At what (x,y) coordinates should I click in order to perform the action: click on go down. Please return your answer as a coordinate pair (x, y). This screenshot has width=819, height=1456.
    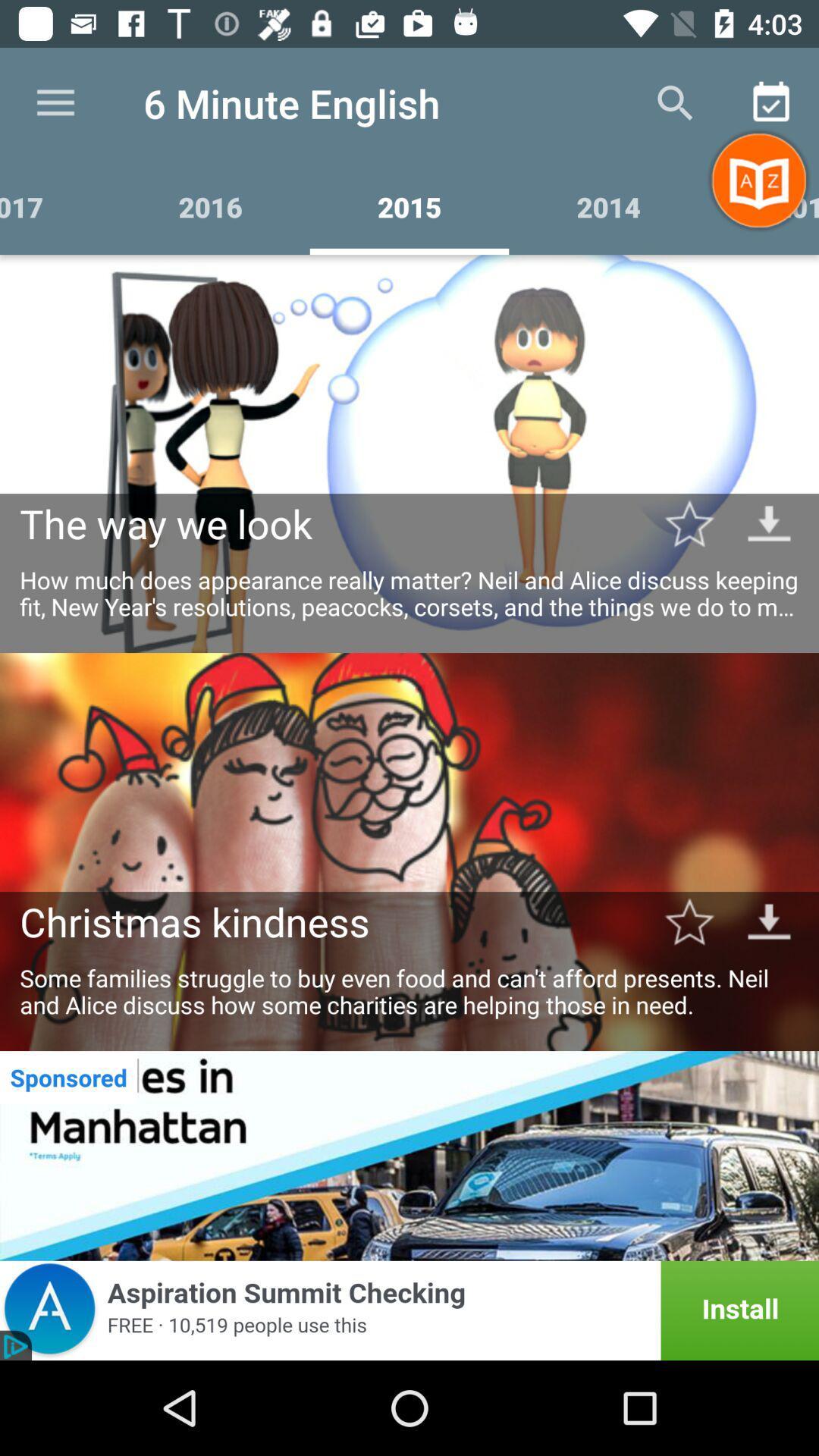
    Looking at the image, I should click on (769, 523).